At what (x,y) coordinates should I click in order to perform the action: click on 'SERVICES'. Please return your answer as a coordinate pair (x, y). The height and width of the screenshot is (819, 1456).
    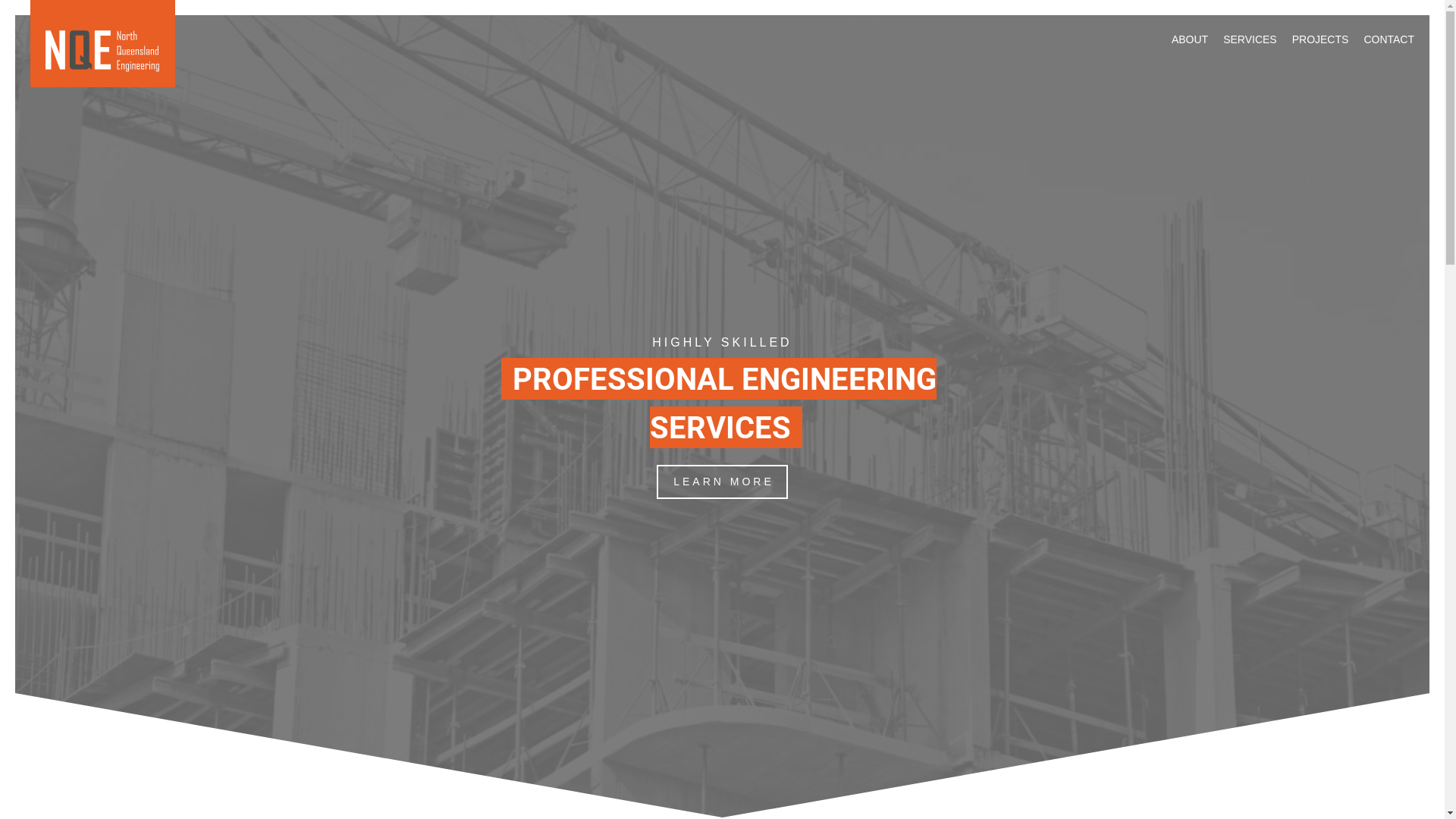
    Looking at the image, I should click on (1250, 38).